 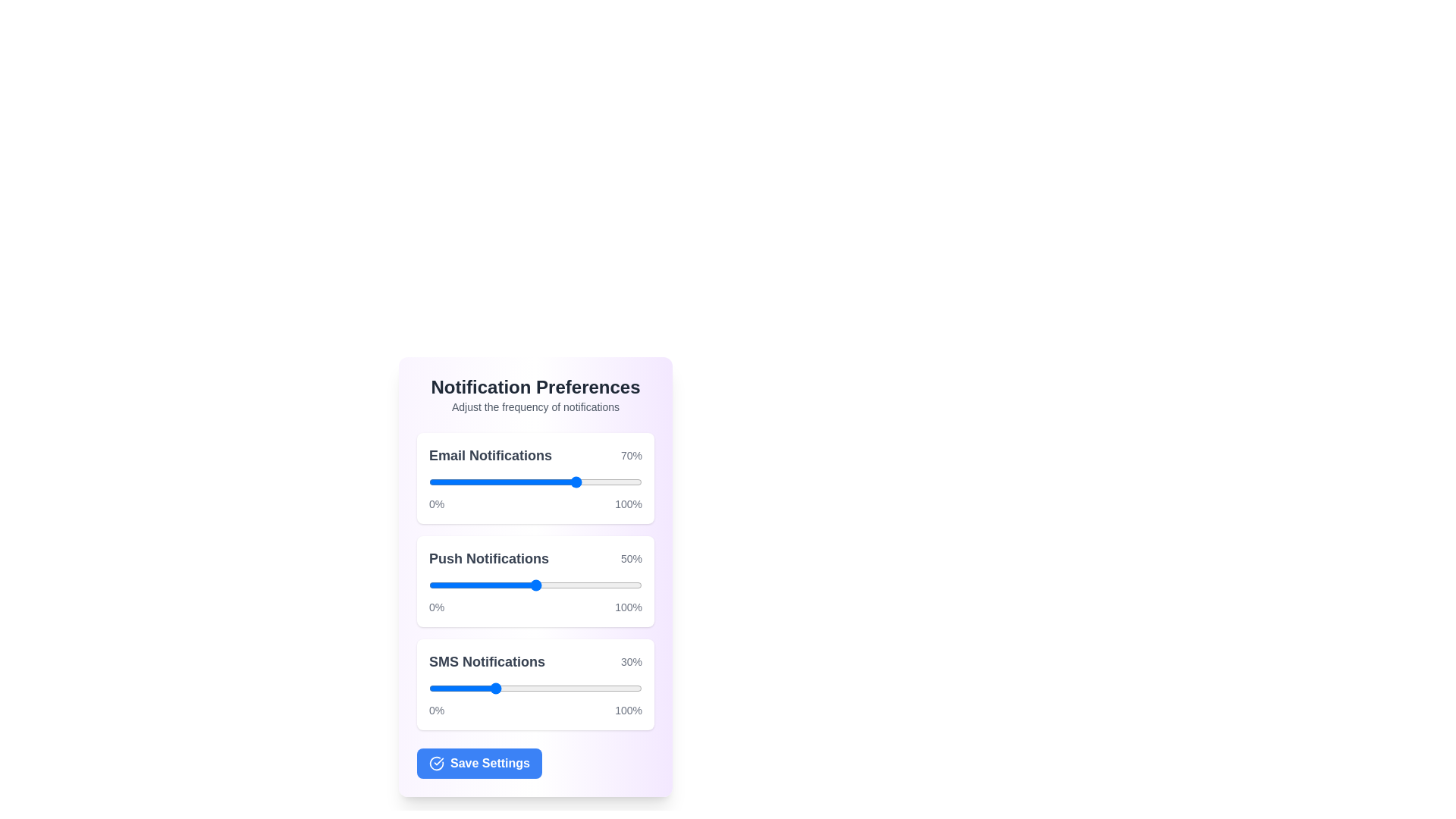 What do you see at coordinates (535, 607) in the screenshot?
I see `the static label displaying '0%' and '100%' aligned horizontally, located below the slider in the 'Push Notifications' panel` at bounding box center [535, 607].